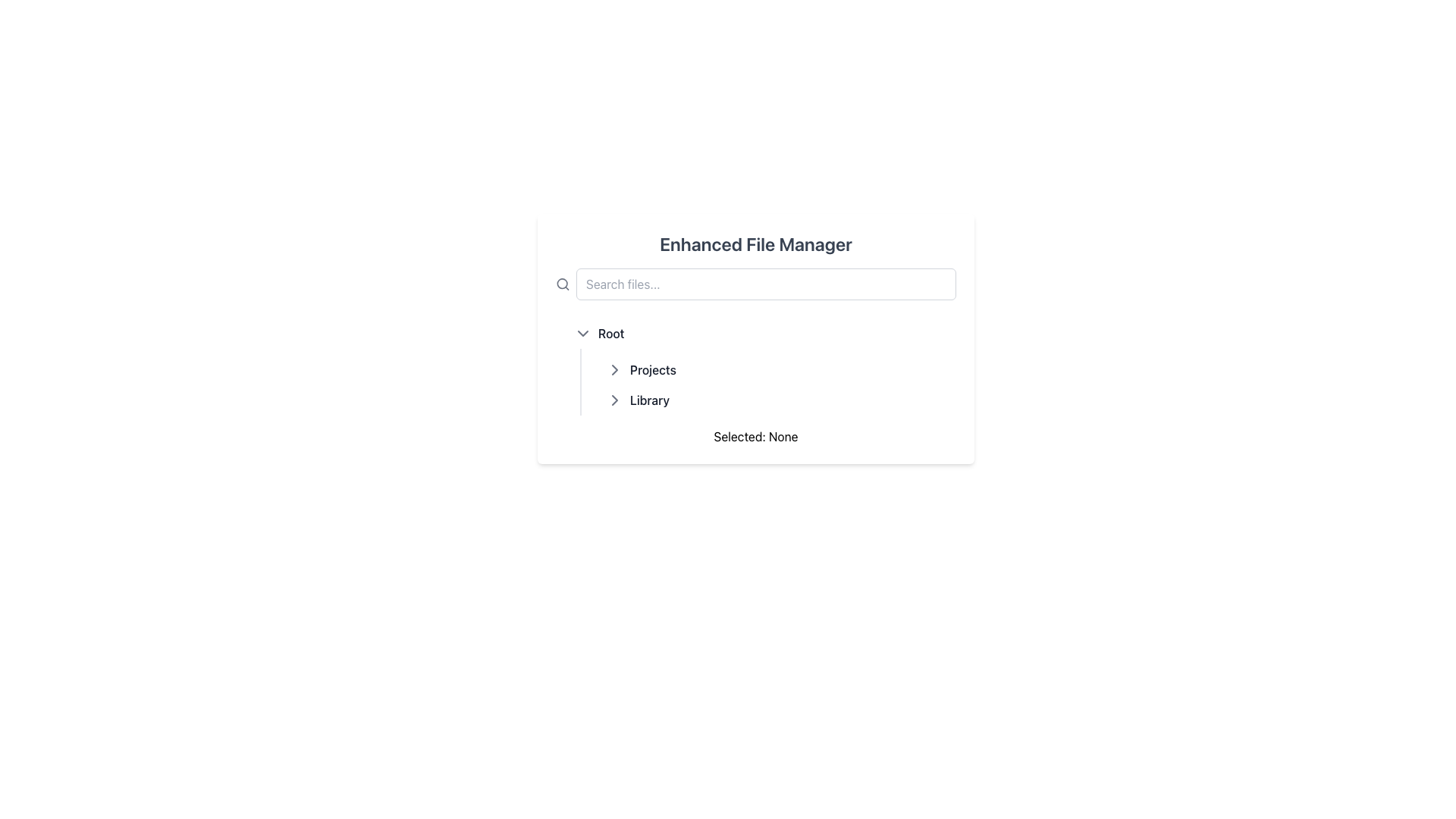 This screenshot has height=819, width=1456. I want to click on the Chevron icon located to the left of the 'Projects' text, so click(615, 370).